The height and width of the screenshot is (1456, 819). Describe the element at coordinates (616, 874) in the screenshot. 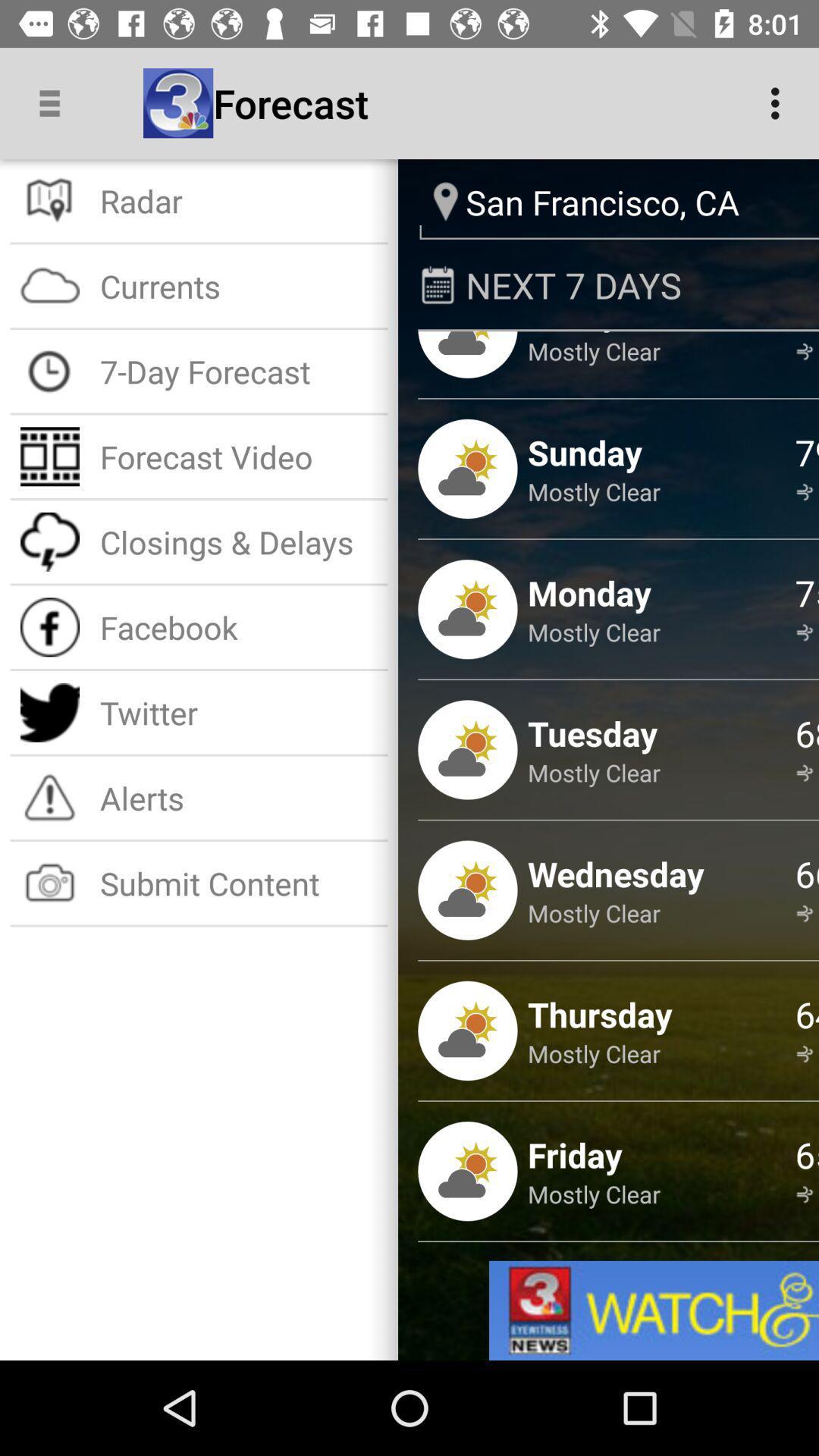

I see `the wednesday icon` at that location.